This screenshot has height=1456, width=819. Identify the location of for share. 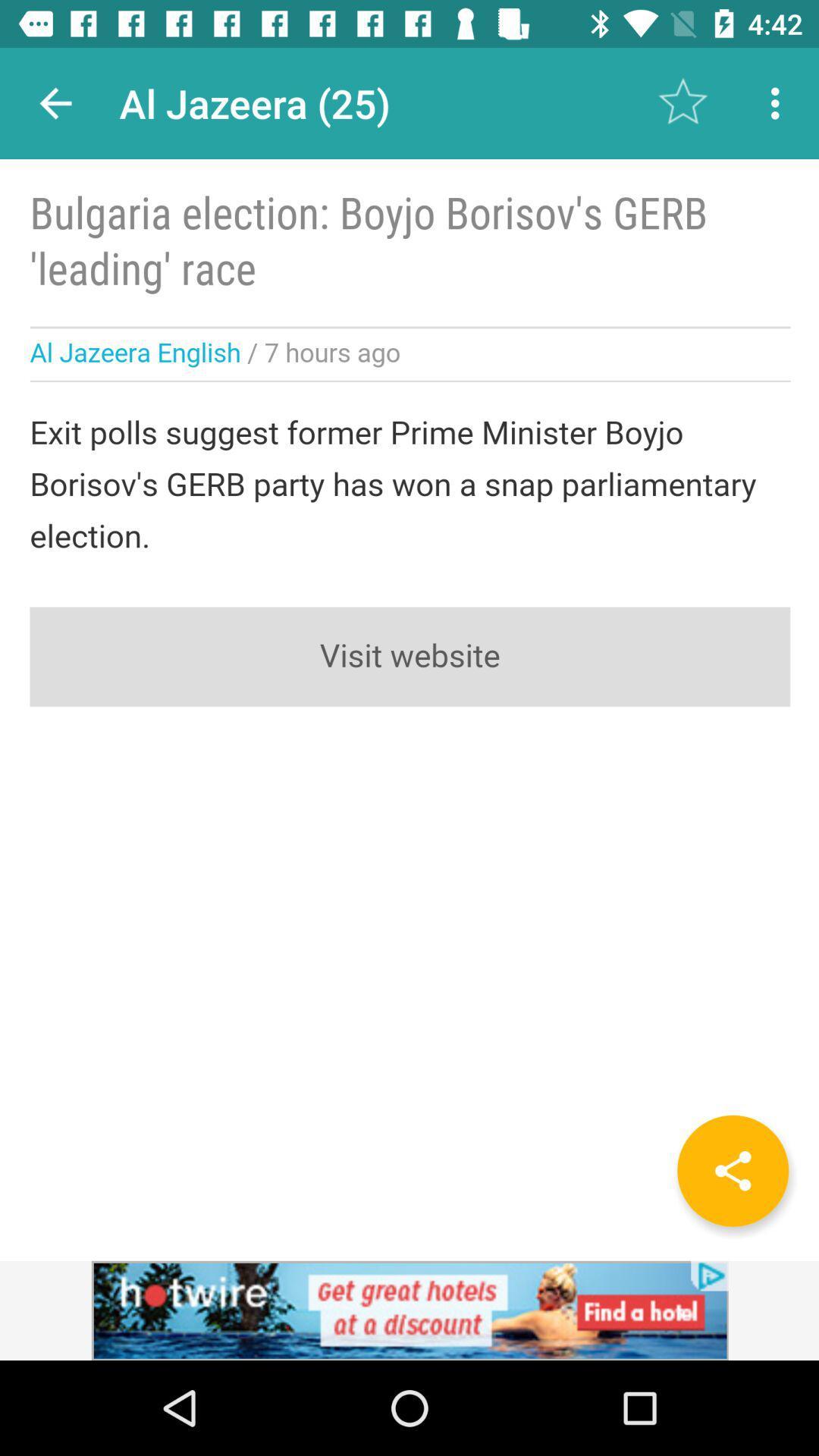
(732, 1170).